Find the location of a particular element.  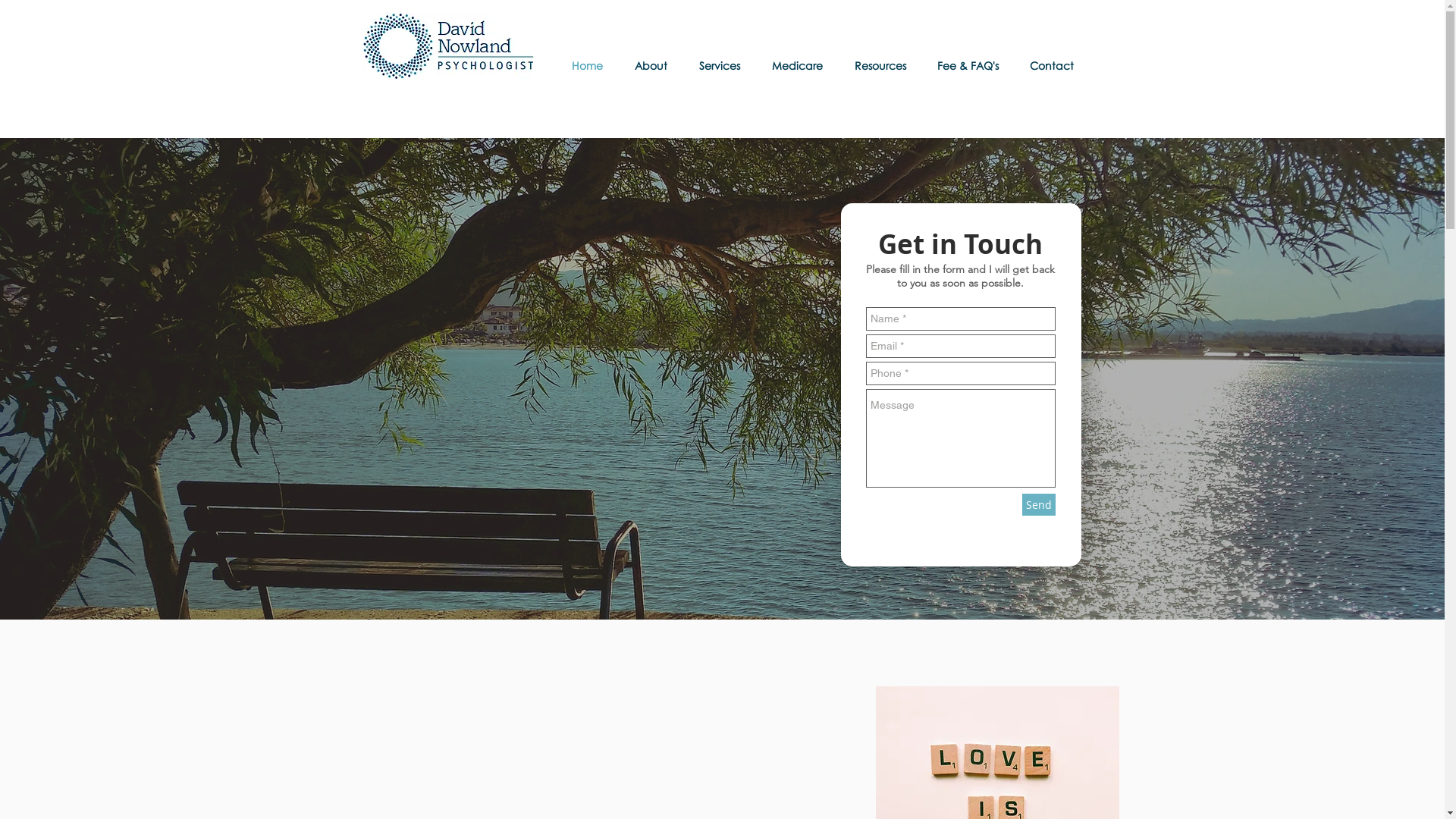

'Fee & FAQ's' is located at coordinates (971, 64).